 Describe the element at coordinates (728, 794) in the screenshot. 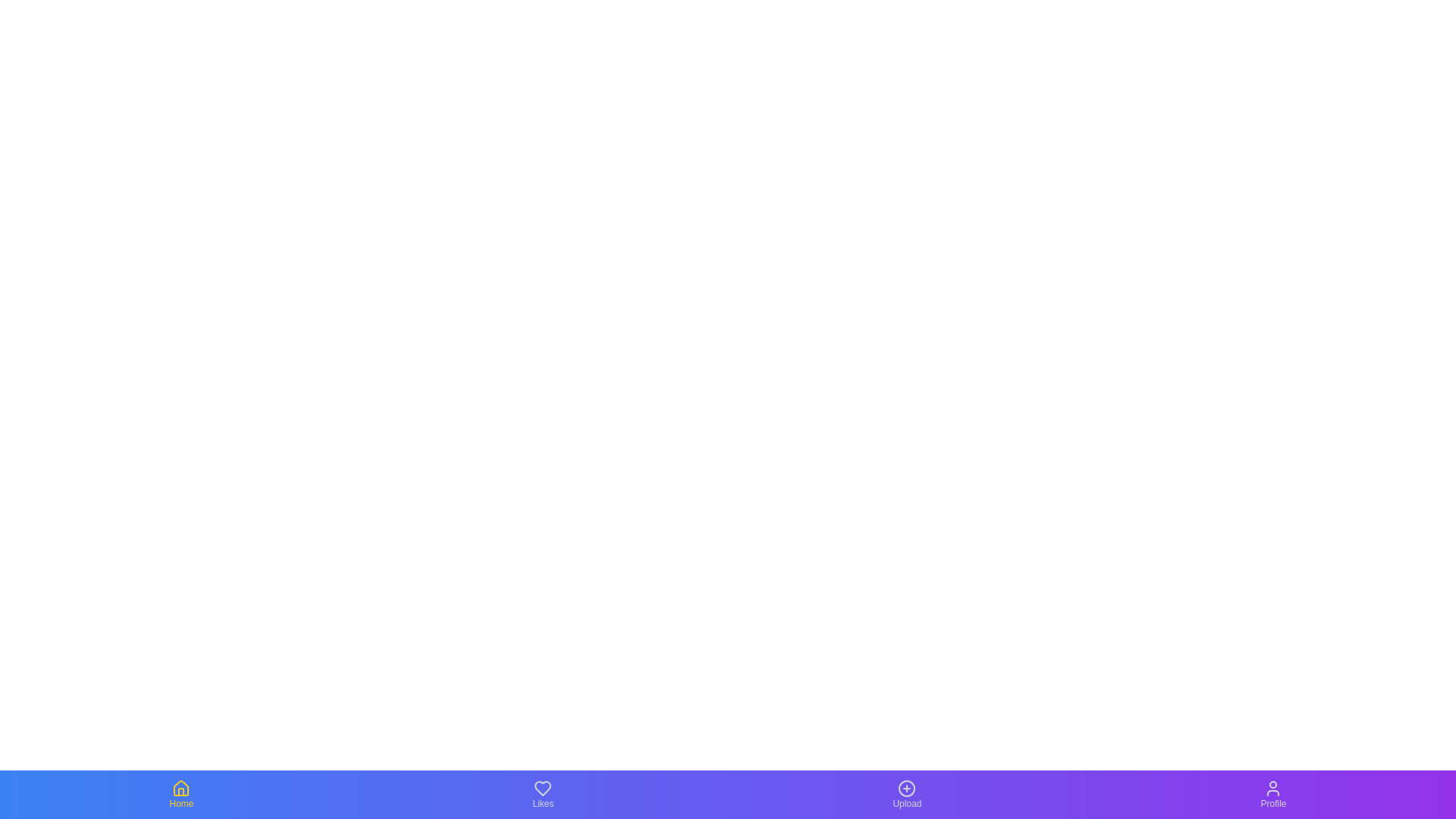

I see `the gradient background to inspect its properties` at that location.